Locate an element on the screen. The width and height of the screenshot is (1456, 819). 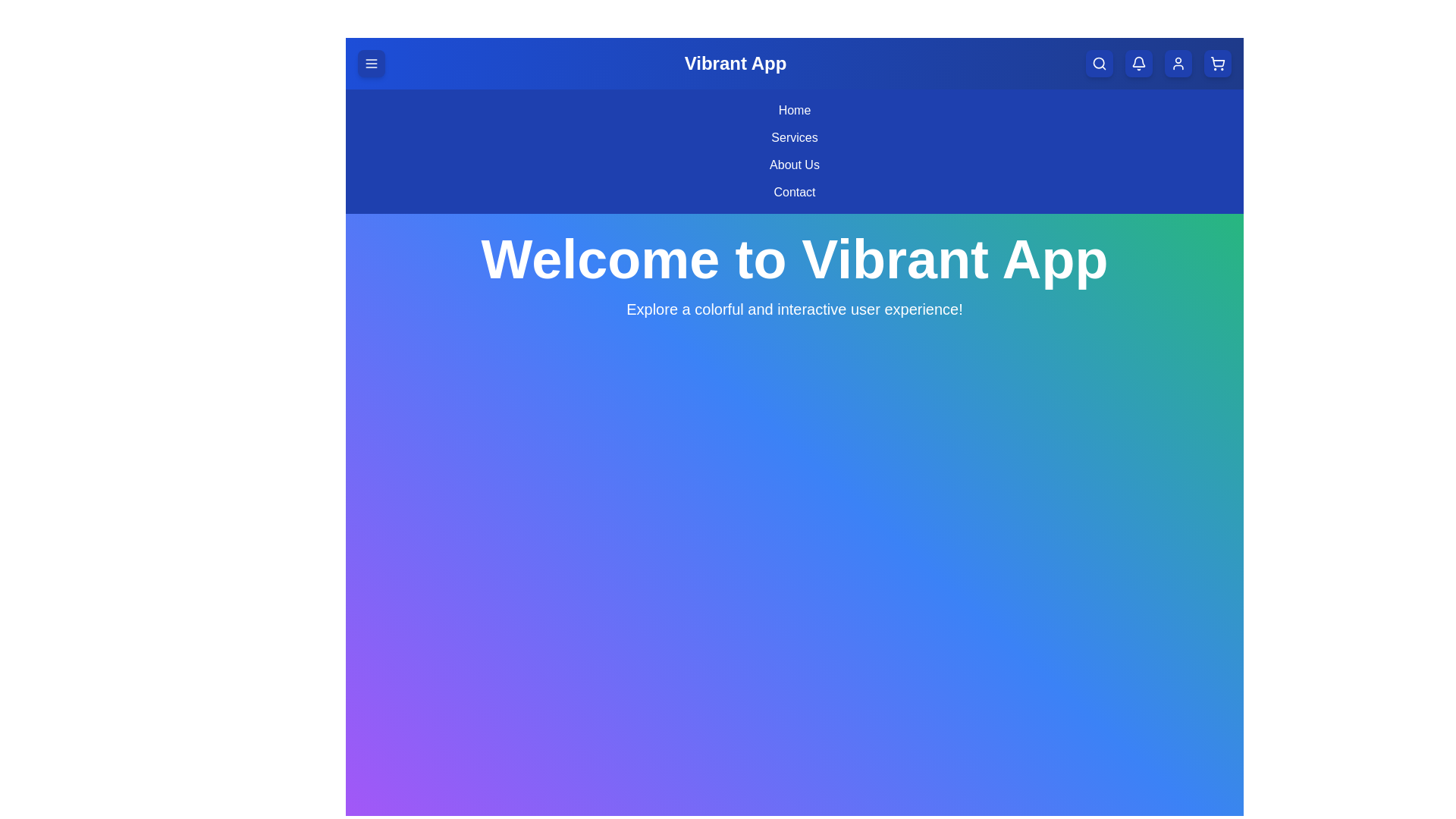
the title text 'Vibrant App' to select it is located at coordinates (735, 63).